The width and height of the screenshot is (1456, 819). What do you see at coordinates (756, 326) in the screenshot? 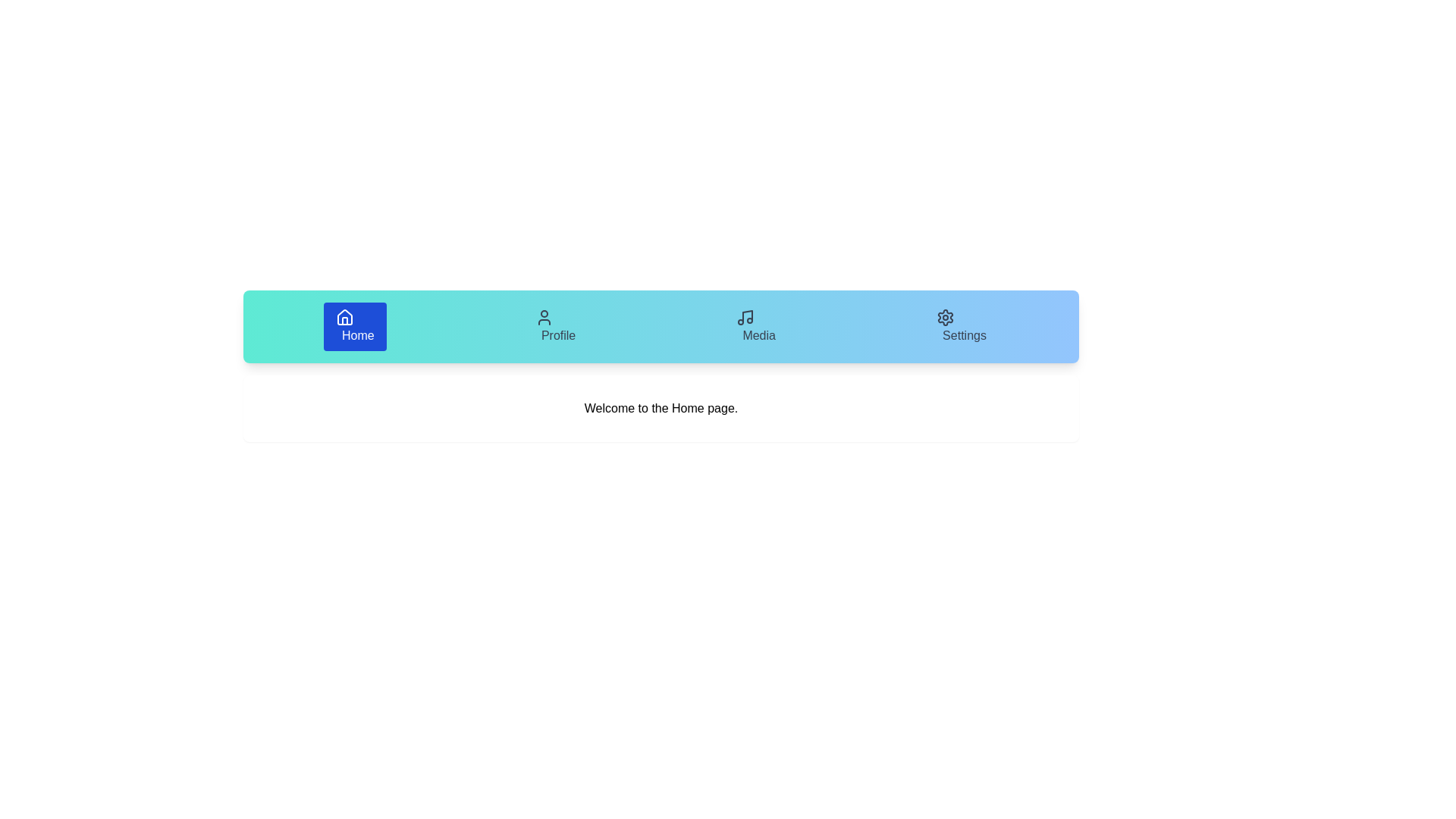
I see `the tab labeled Media to evaluate its hover effect` at bounding box center [756, 326].